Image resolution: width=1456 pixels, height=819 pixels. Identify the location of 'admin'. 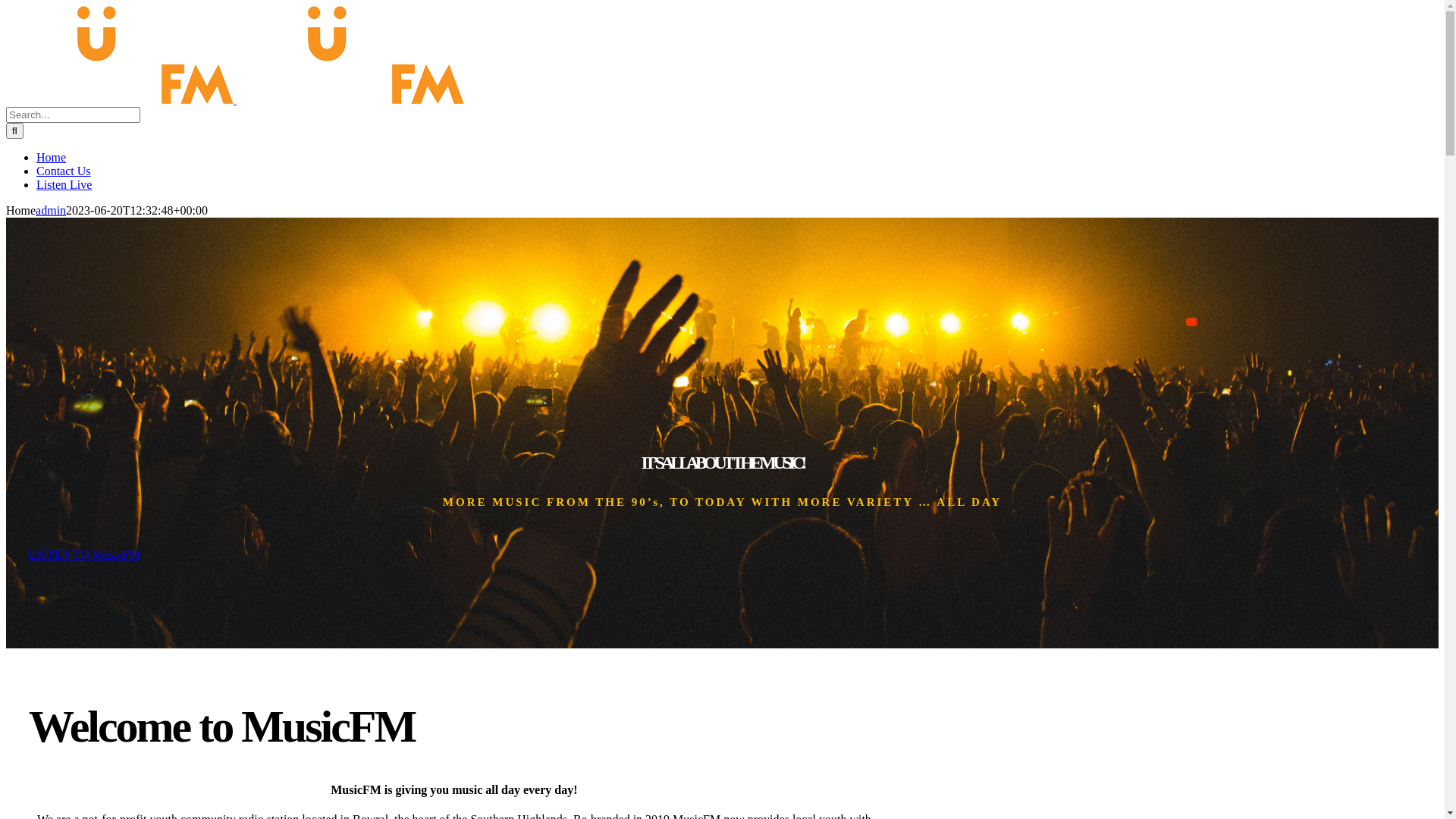
(51, 210).